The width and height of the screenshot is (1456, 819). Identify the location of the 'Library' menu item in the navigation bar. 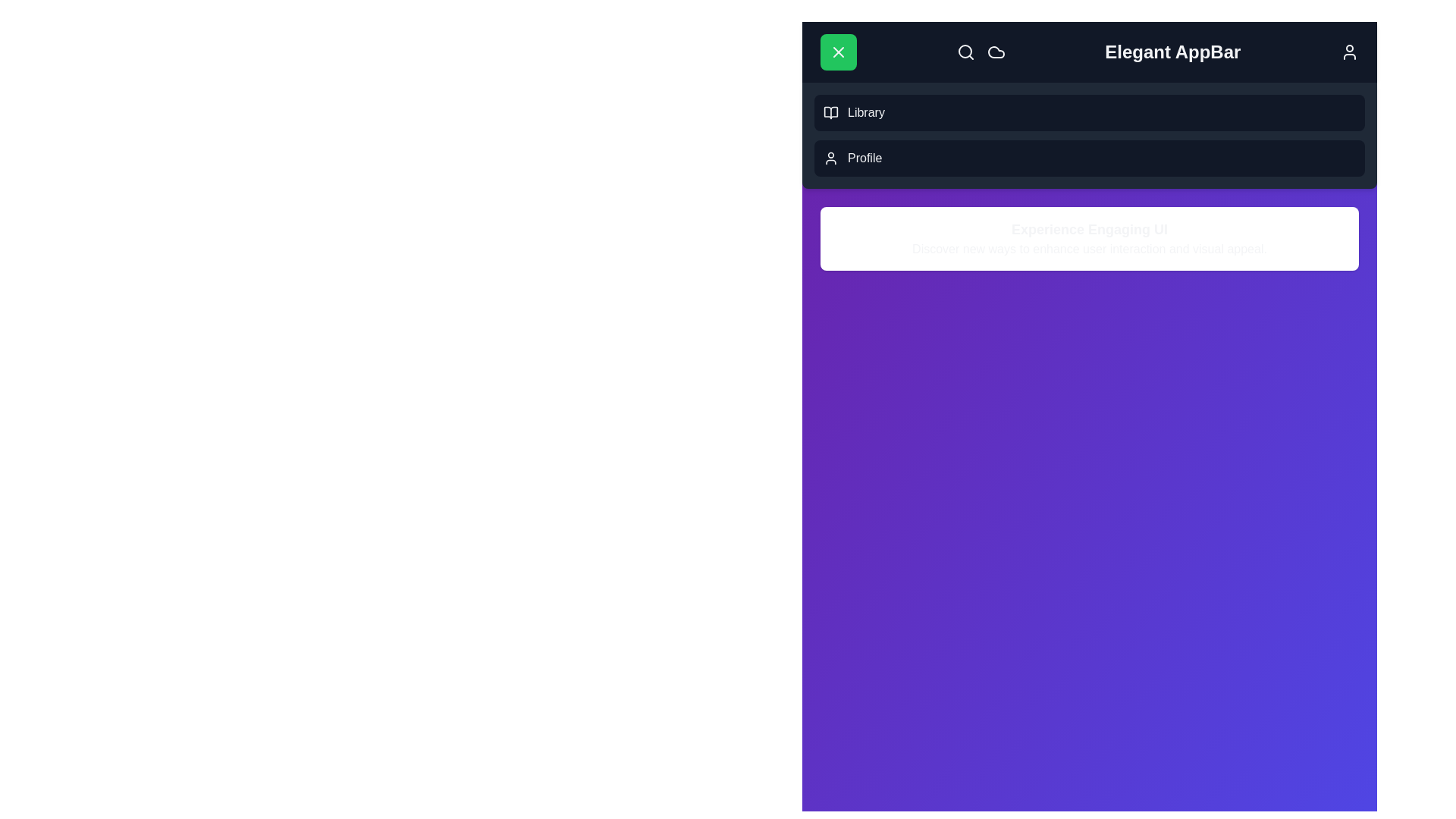
(866, 112).